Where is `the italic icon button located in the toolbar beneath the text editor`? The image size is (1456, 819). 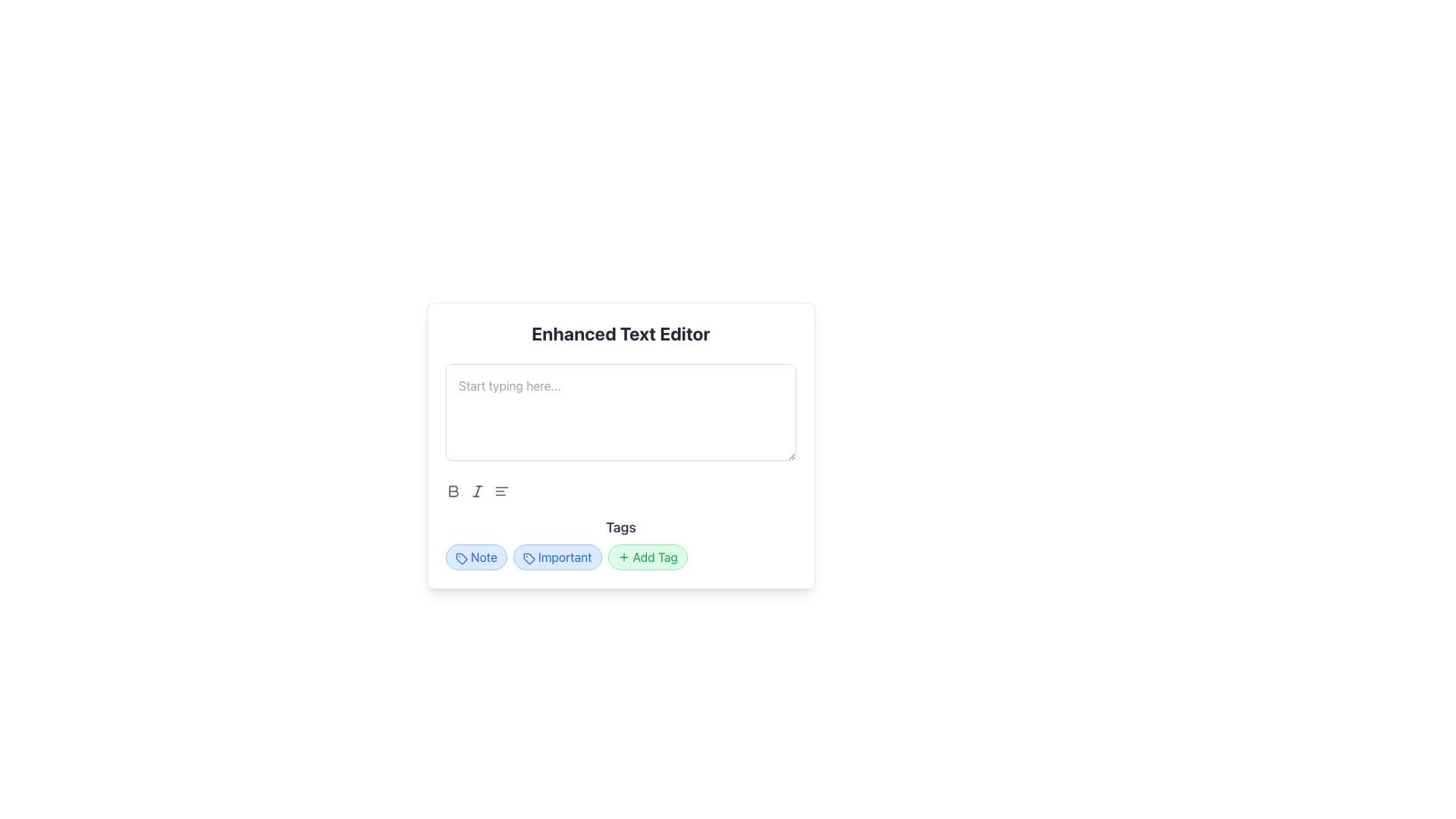 the italic icon button located in the toolbar beneath the text editor is located at coordinates (476, 491).